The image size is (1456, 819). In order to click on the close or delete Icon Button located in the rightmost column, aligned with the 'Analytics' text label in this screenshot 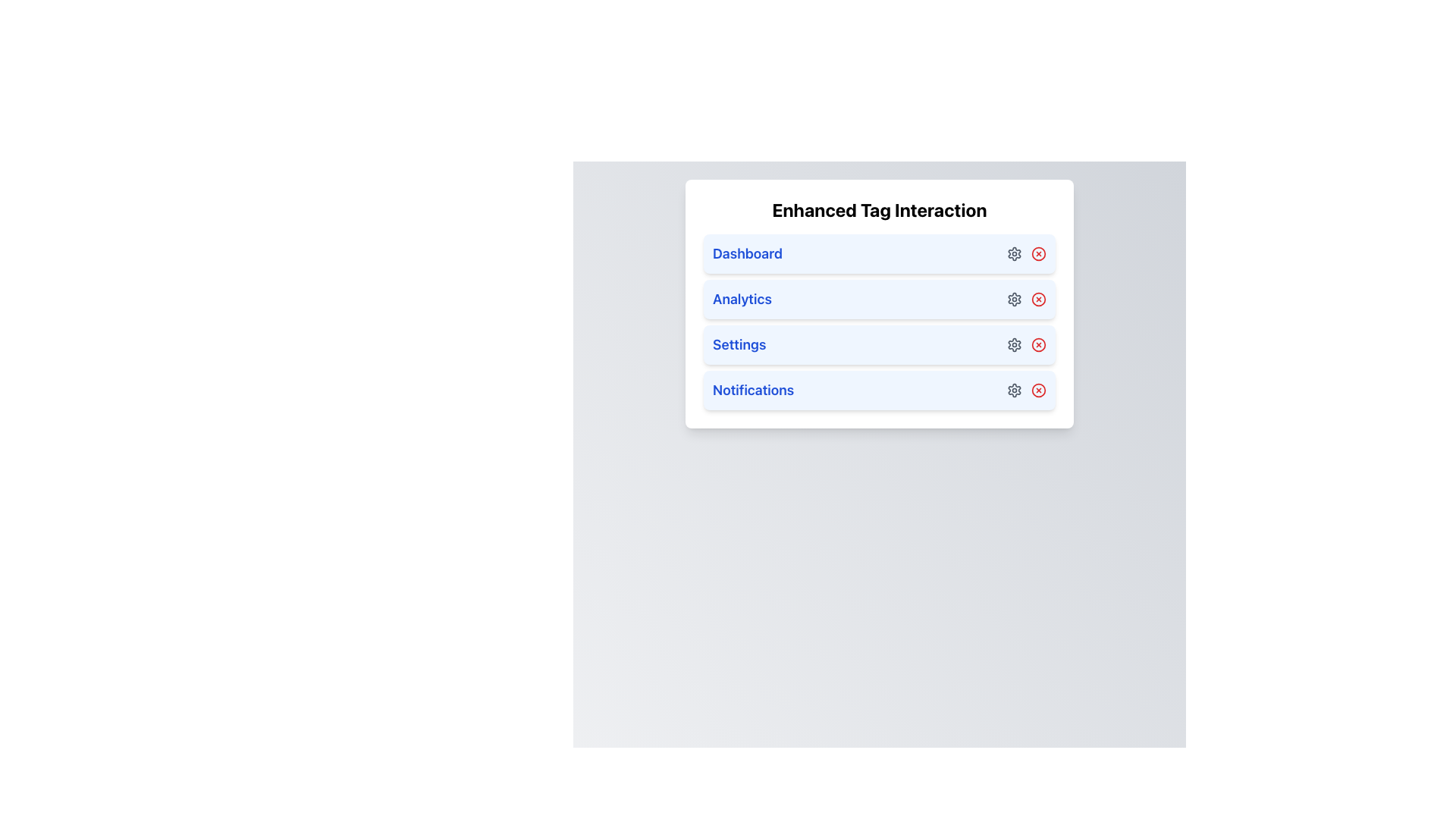, I will do `click(1037, 299)`.